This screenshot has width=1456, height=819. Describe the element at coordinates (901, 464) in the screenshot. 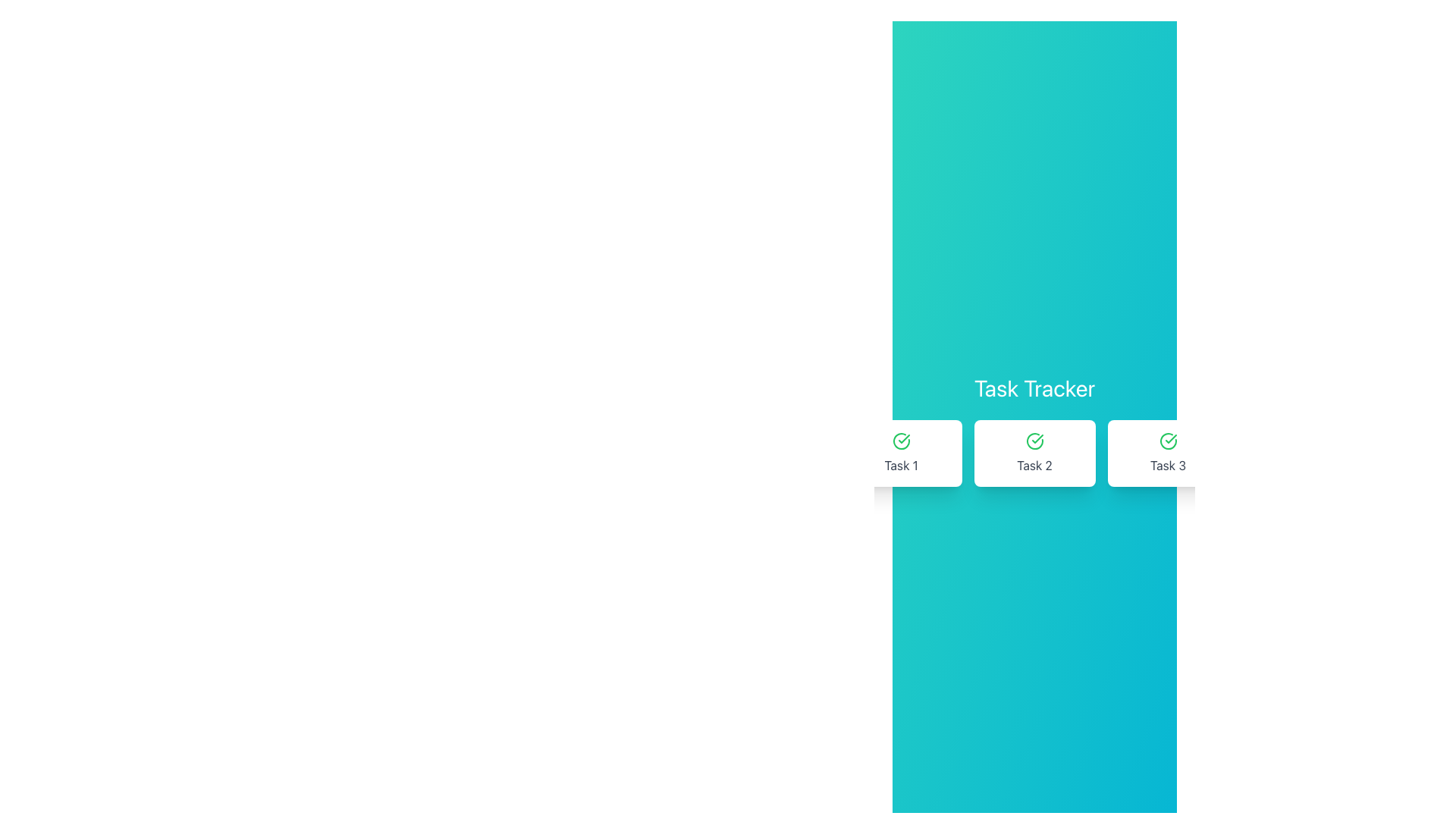

I see `the text label located at the bottom-central part of the leftmost card in a row of three cards, positioned directly beneath a green check icon` at that location.